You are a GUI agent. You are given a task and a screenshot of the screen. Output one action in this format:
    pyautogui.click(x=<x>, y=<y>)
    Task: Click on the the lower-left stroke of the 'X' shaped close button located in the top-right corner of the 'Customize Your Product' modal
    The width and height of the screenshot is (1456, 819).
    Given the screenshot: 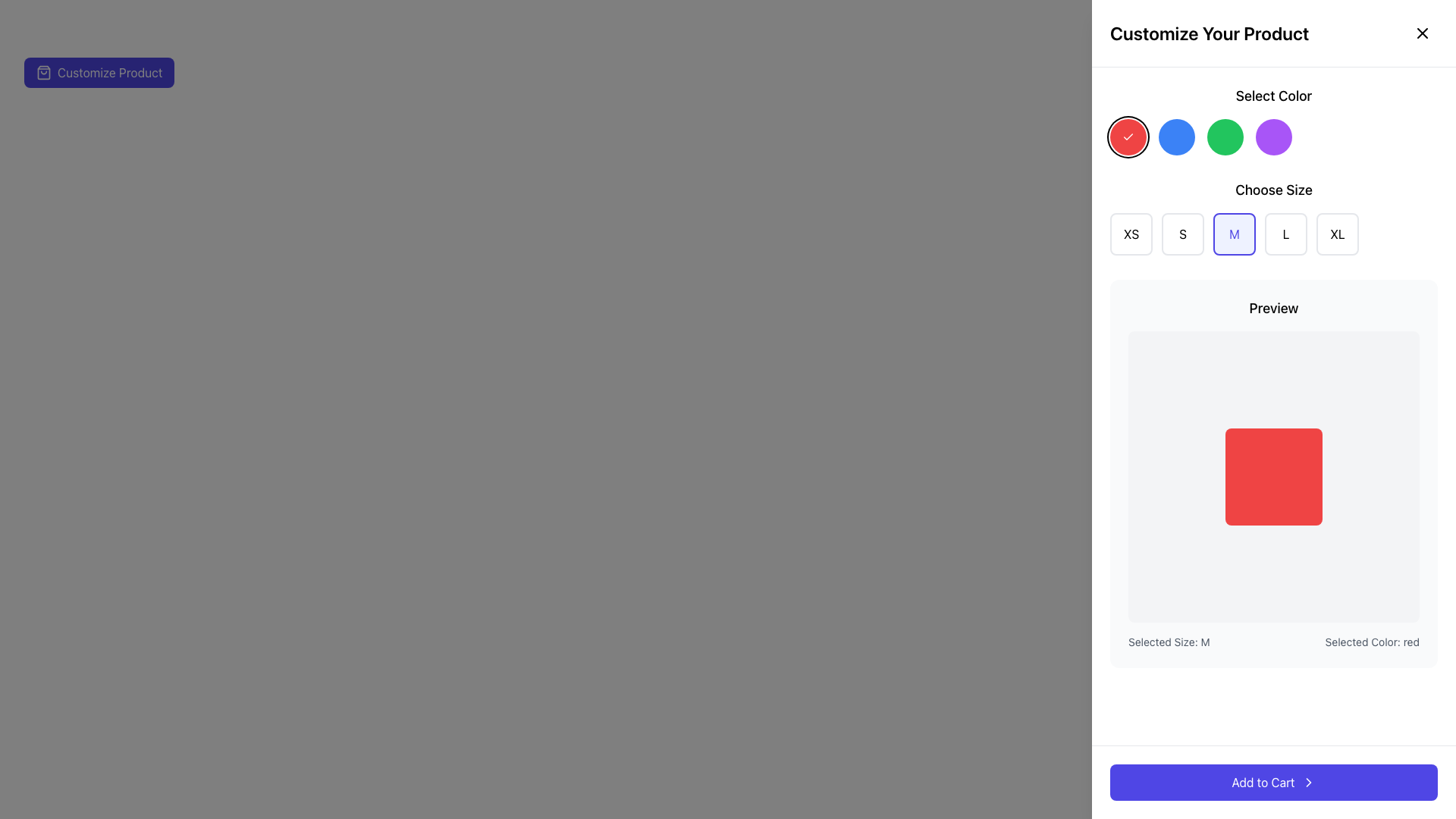 What is the action you would take?
    pyautogui.click(x=1422, y=33)
    